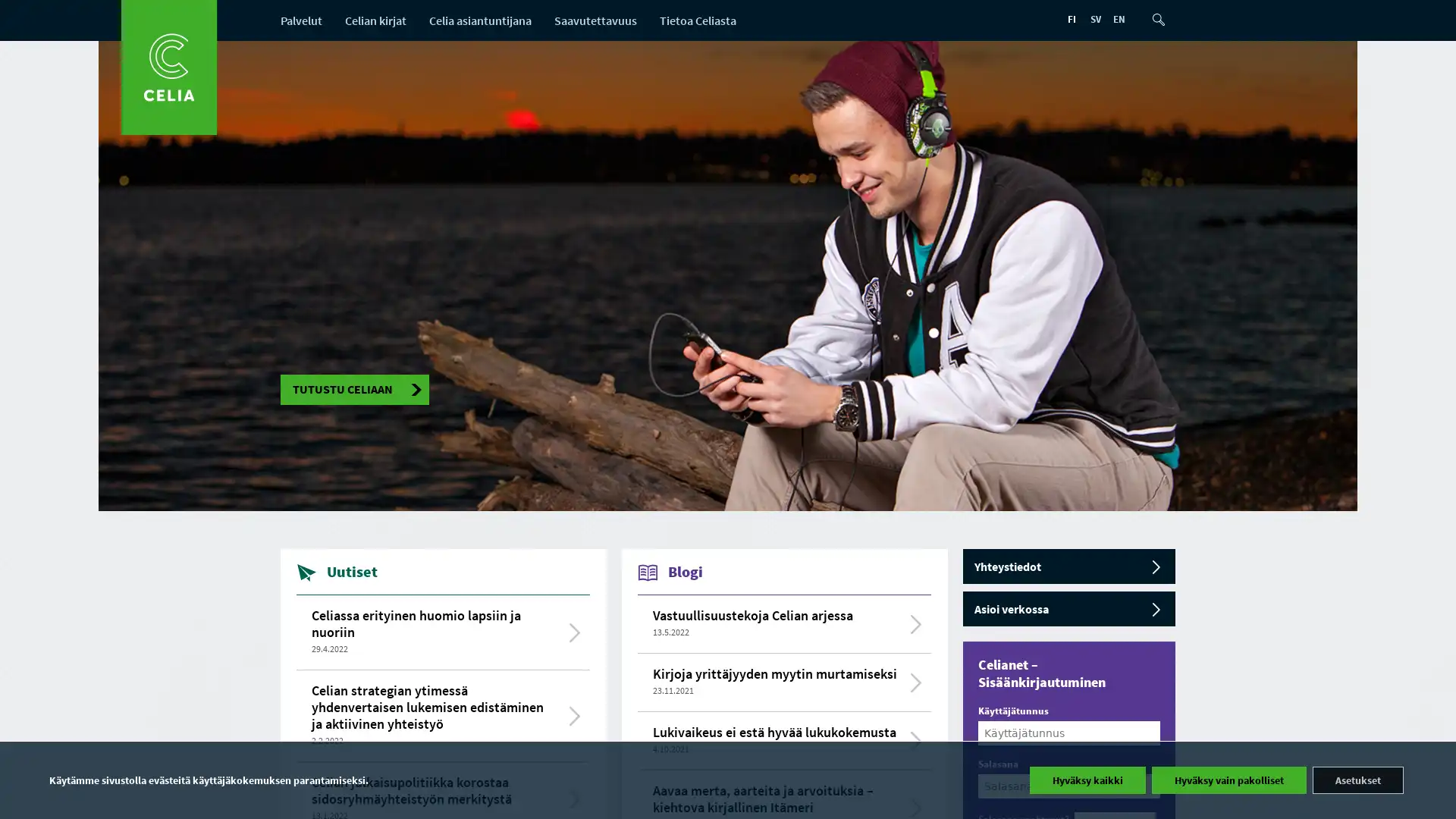  I want to click on Etsi, so click(1163, 30).